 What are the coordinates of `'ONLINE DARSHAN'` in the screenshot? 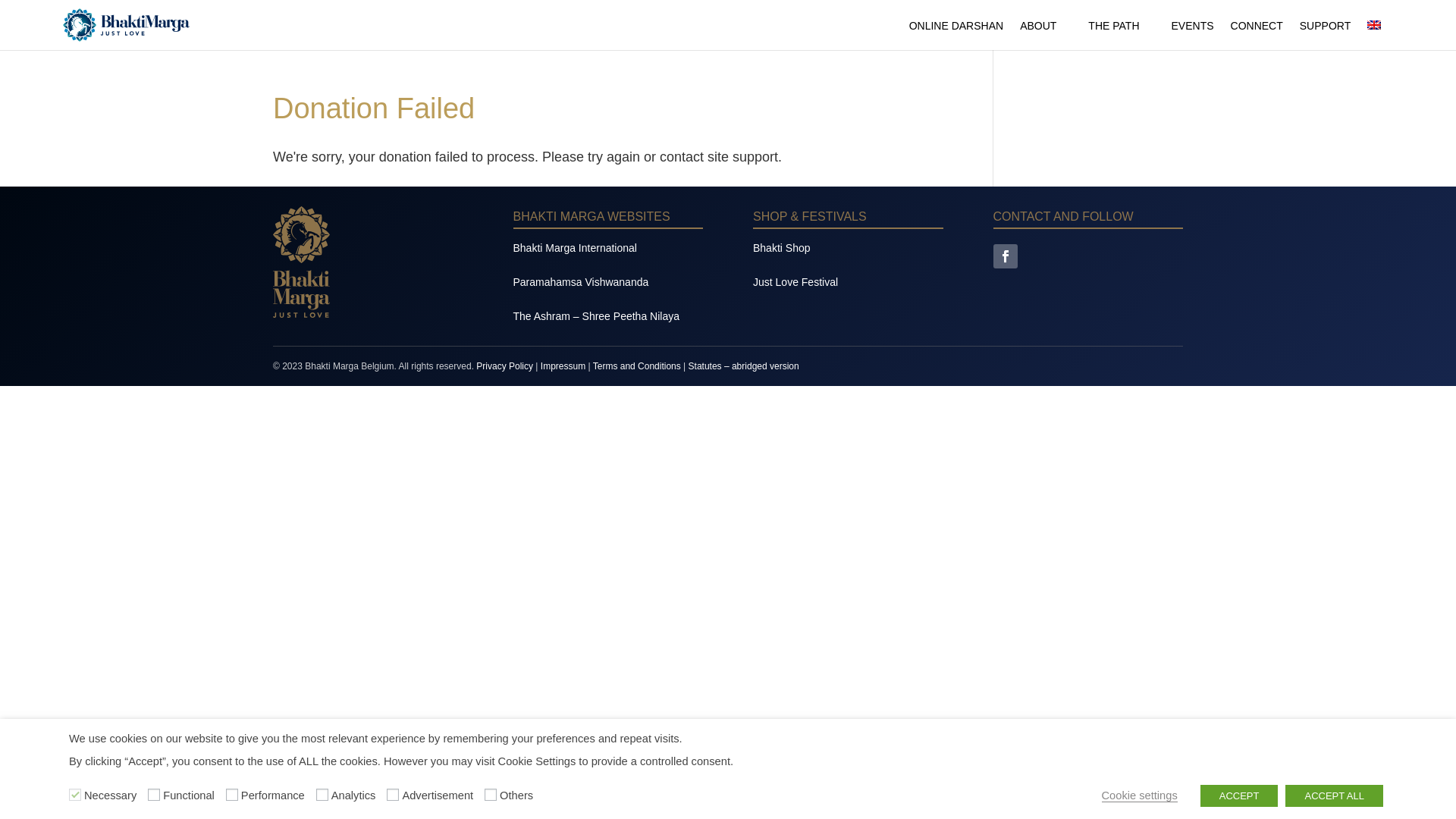 It's located at (955, 34).